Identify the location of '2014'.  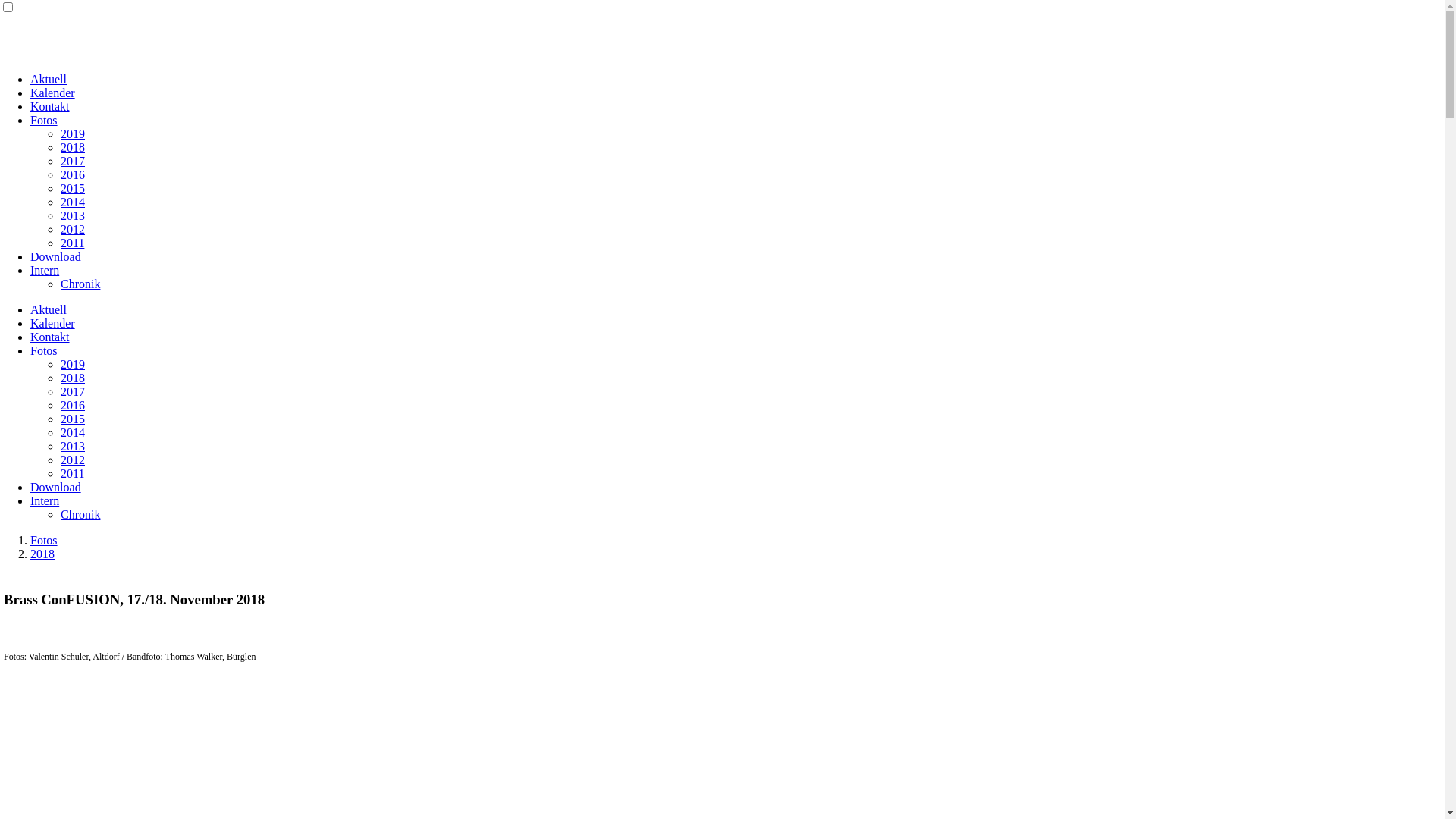
(61, 201).